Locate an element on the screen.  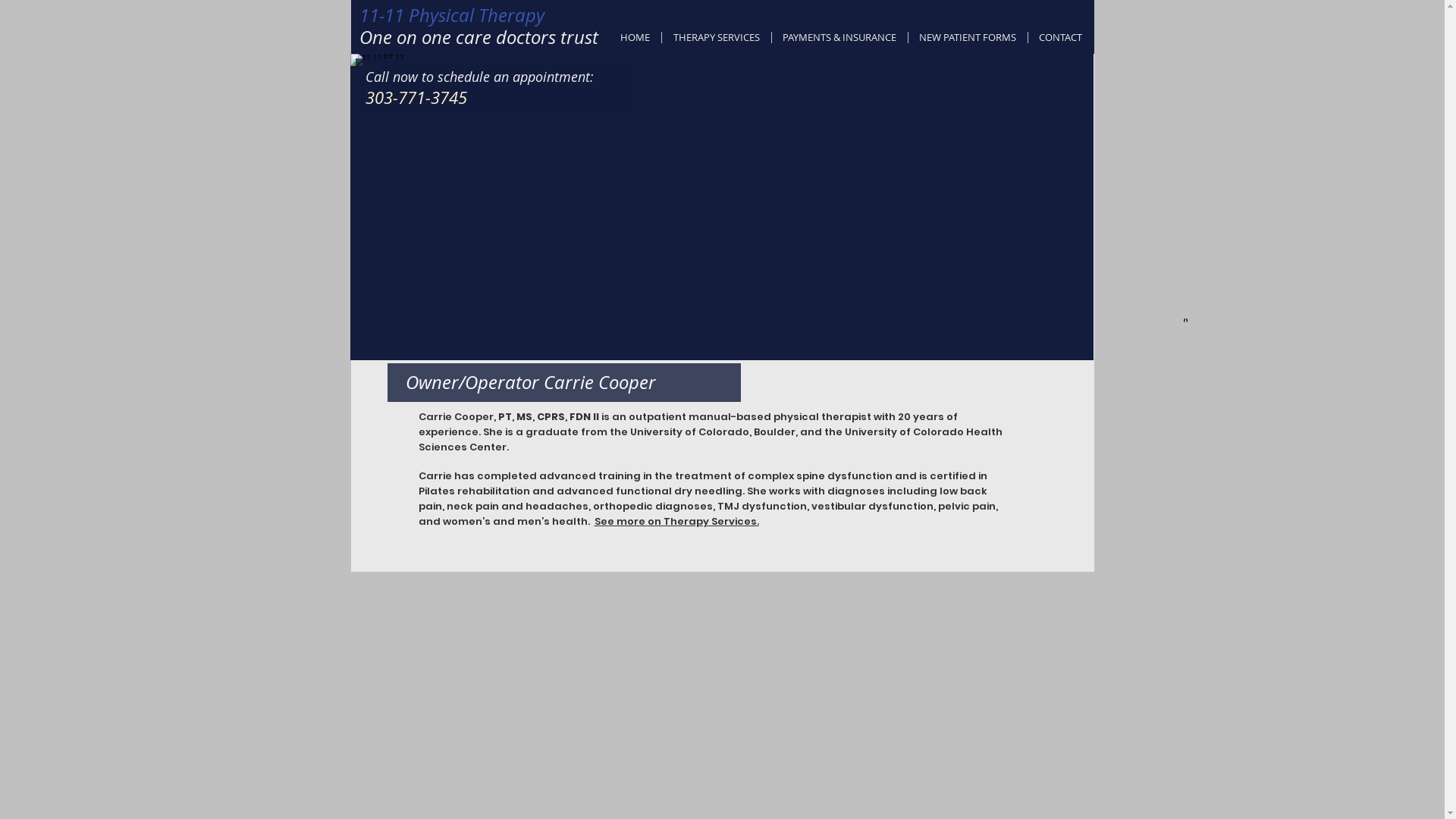
'CONTACT' is located at coordinates (1059, 36).